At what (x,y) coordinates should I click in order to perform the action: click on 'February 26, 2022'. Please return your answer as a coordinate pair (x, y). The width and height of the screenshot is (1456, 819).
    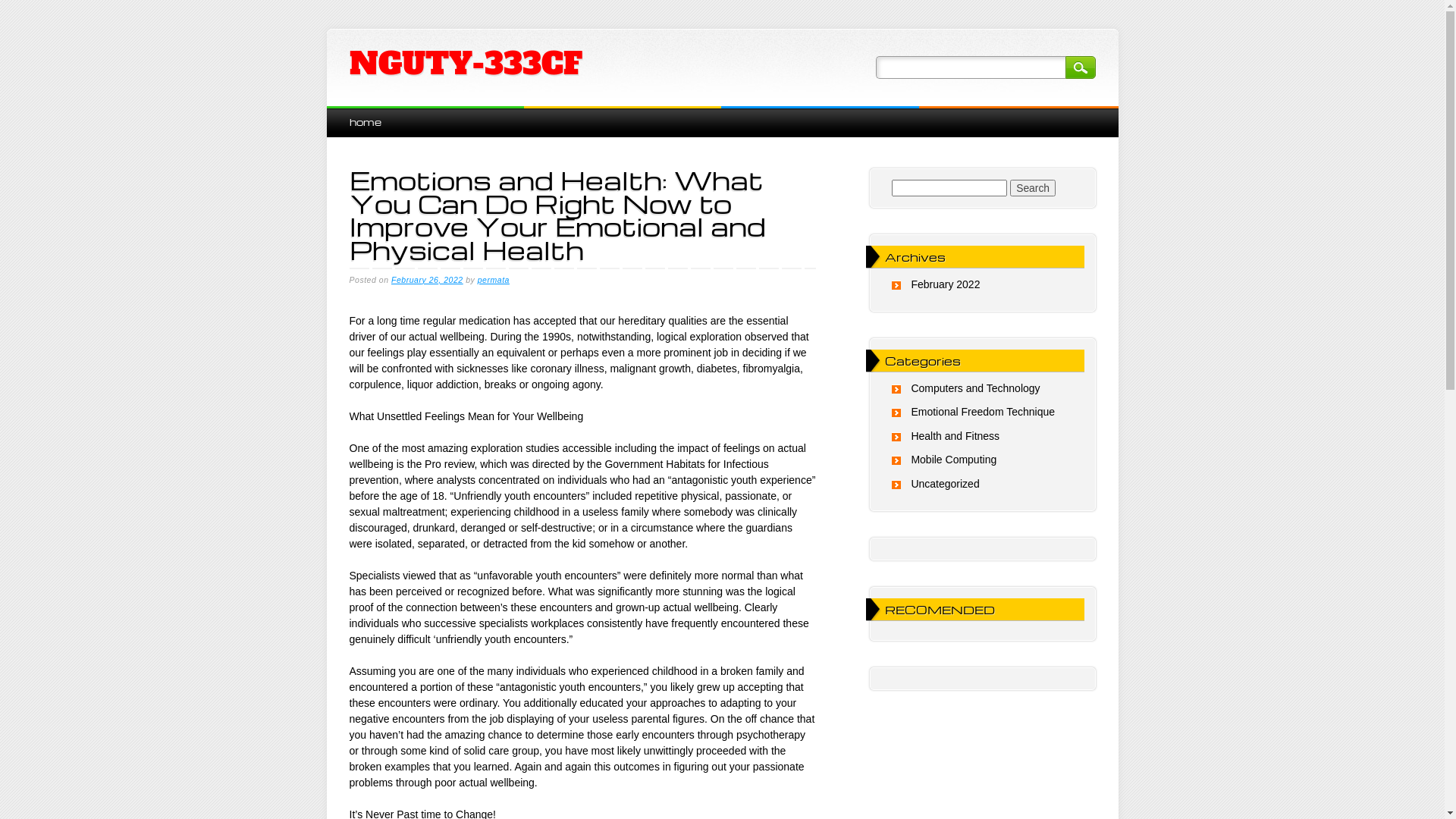
    Looking at the image, I should click on (426, 280).